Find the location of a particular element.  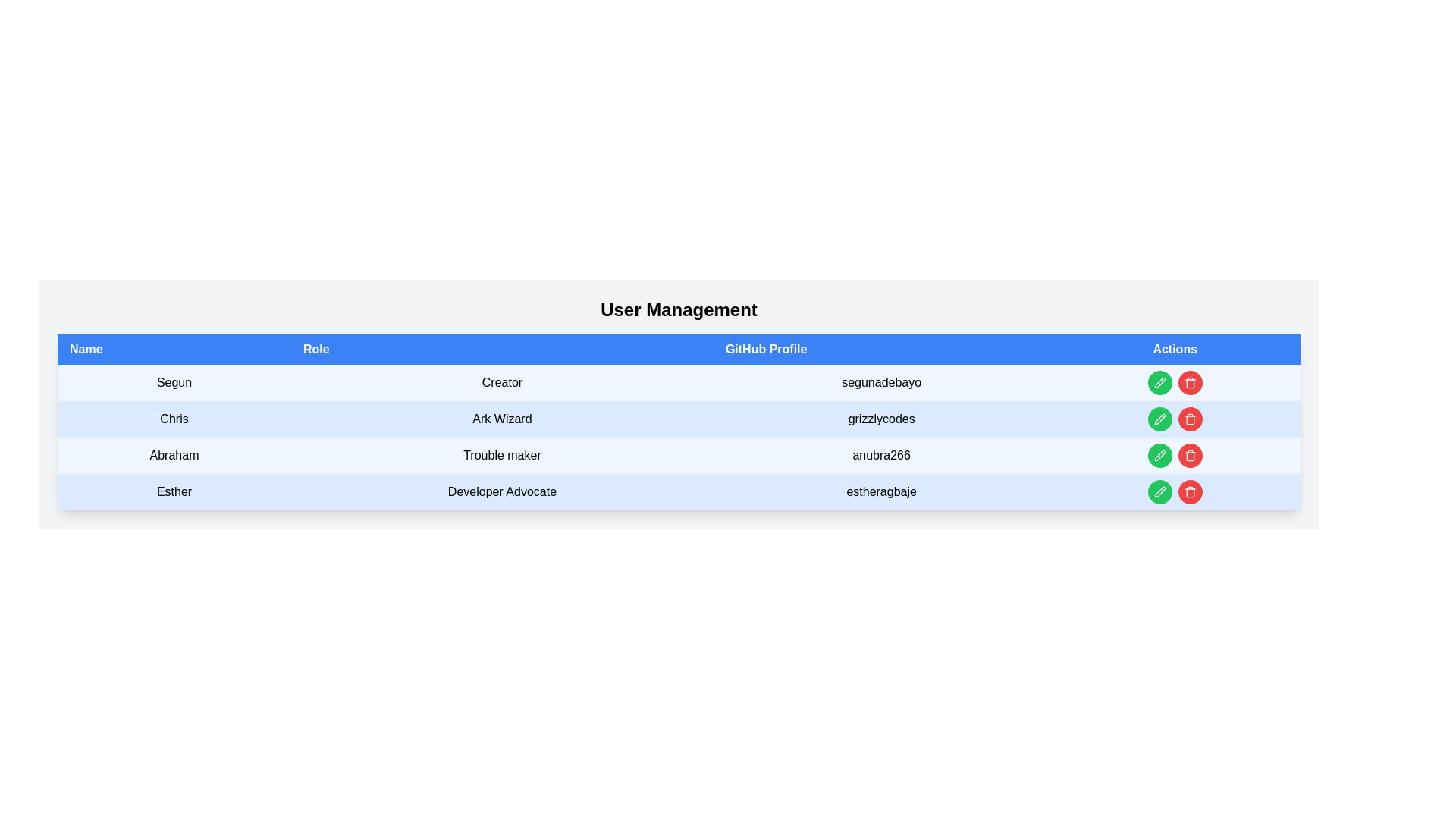

the text display that shows the GitHub username located in the third row of the table under the 'GitHub Profile' column is located at coordinates (881, 455).